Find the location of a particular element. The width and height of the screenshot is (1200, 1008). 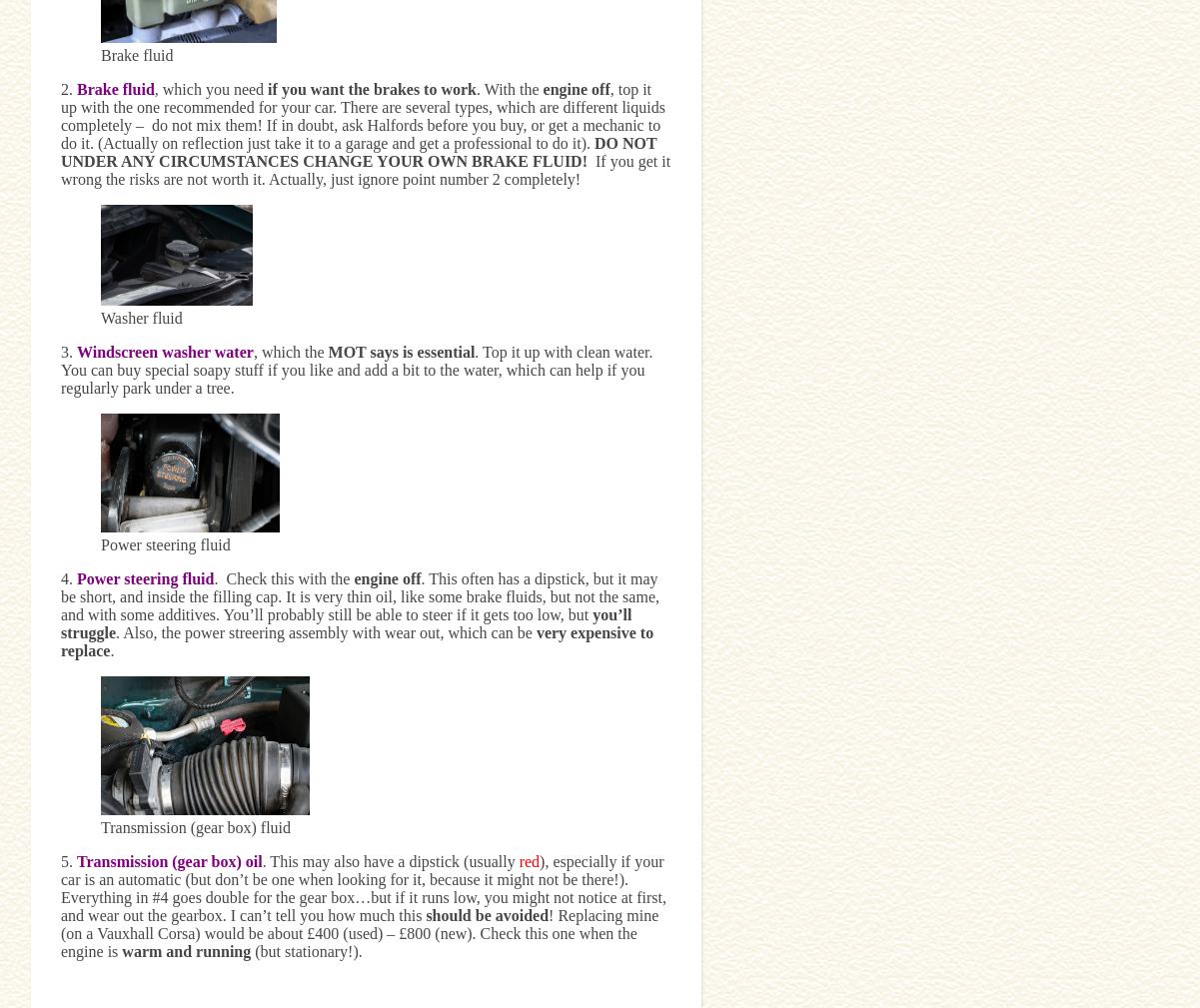

', which you need' is located at coordinates (210, 87).